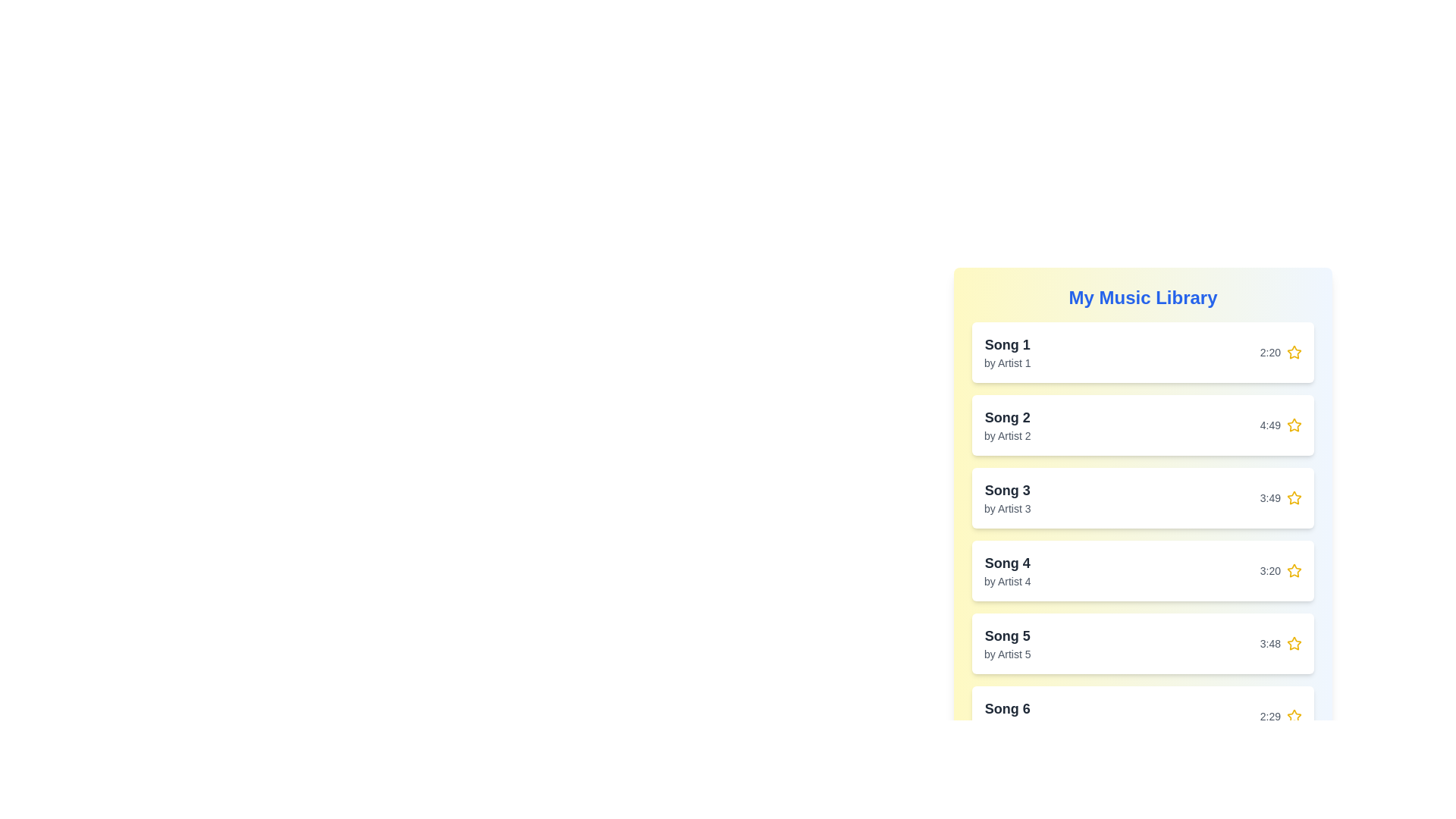 The height and width of the screenshot is (819, 1456). What do you see at coordinates (1294, 643) in the screenshot?
I see `the yellow star icon located in the fifth row of the list, adjacent to the time display '3:48'` at bounding box center [1294, 643].